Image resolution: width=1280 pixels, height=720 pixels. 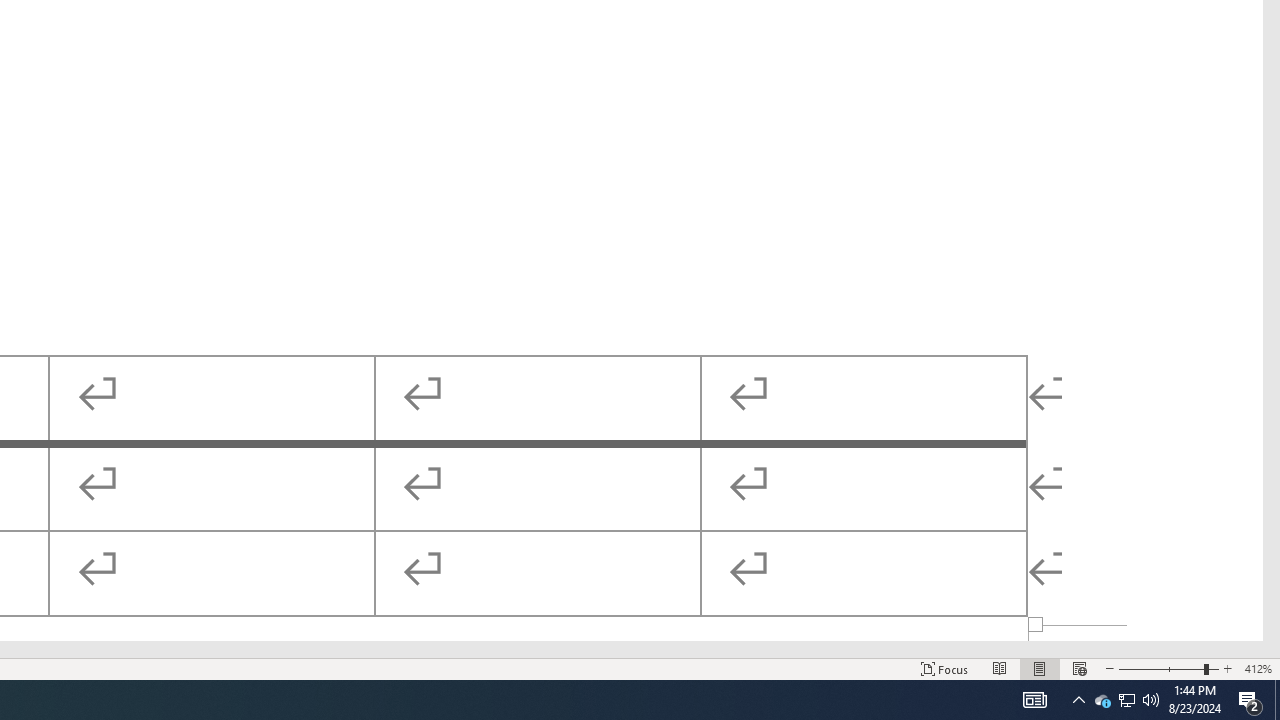 What do you see at coordinates (1257, 669) in the screenshot?
I see `'Zoom 412%'` at bounding box center [1257, 669].